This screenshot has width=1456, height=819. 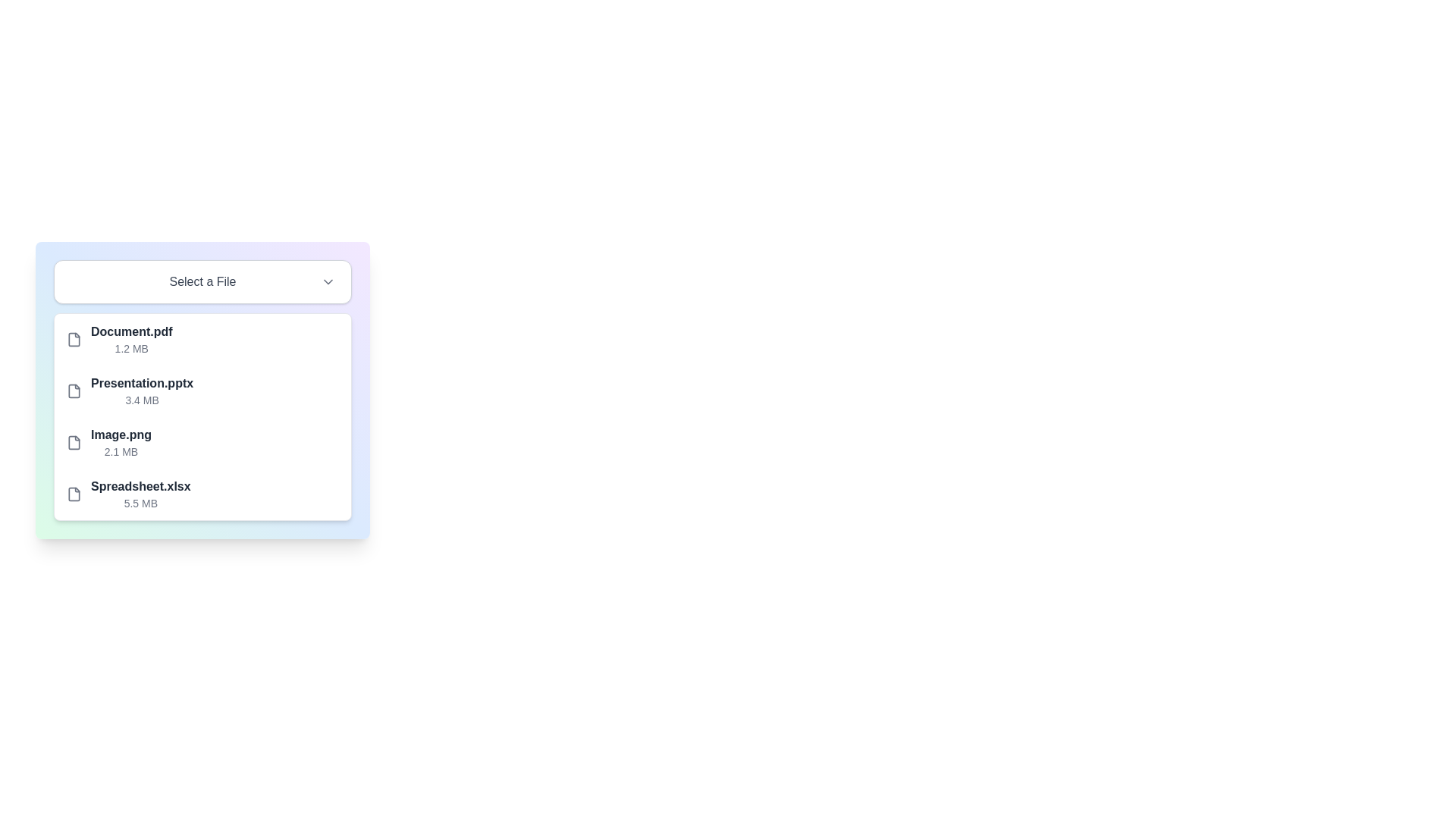 What do you see at coordinates (140, 494) in the screenshot?
I see `the fourth file entry` at bounding box center [140, 494].